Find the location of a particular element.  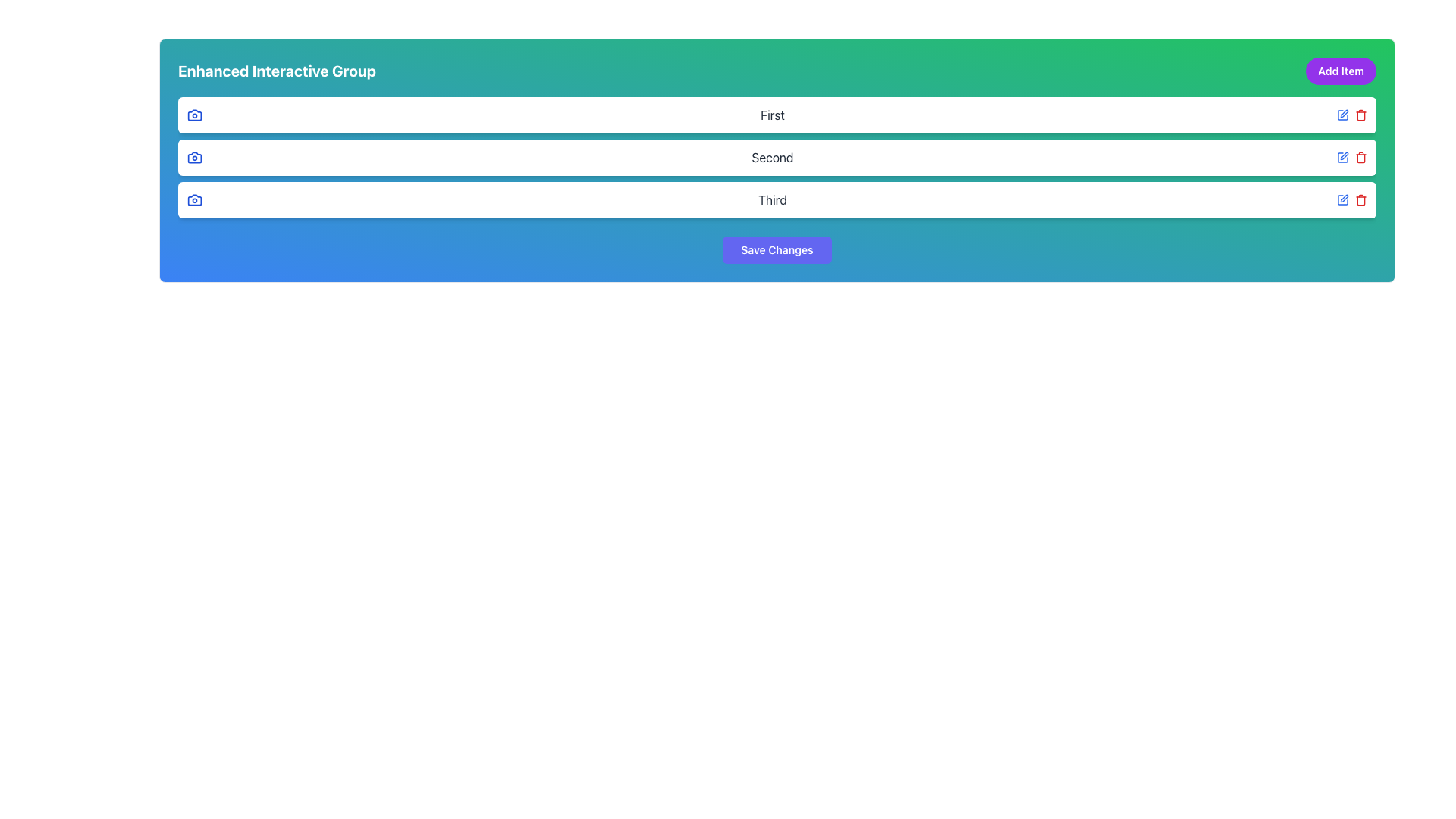

the blue pen icon button located in the upper right section of the list item labeled 'Second', which is positioned directly adjacent to a red icon is located at coordinates (1343, 158).